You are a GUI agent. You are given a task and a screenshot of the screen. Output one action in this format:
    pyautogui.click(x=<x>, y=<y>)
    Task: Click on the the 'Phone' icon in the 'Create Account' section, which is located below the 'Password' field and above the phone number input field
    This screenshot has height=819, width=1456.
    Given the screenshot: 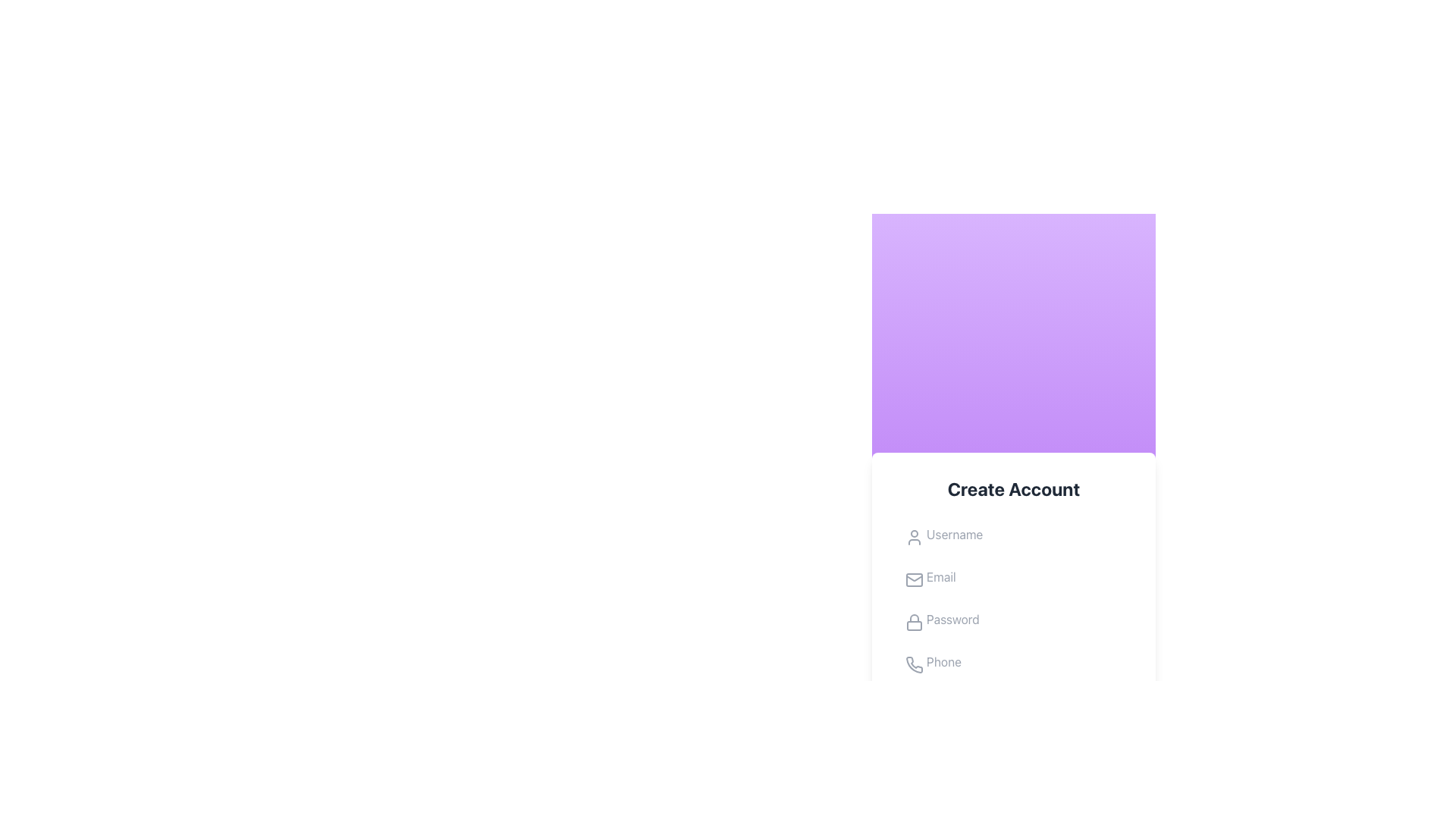 What is the action you would take?
    pyautogui.click(x=914, y=664)
    